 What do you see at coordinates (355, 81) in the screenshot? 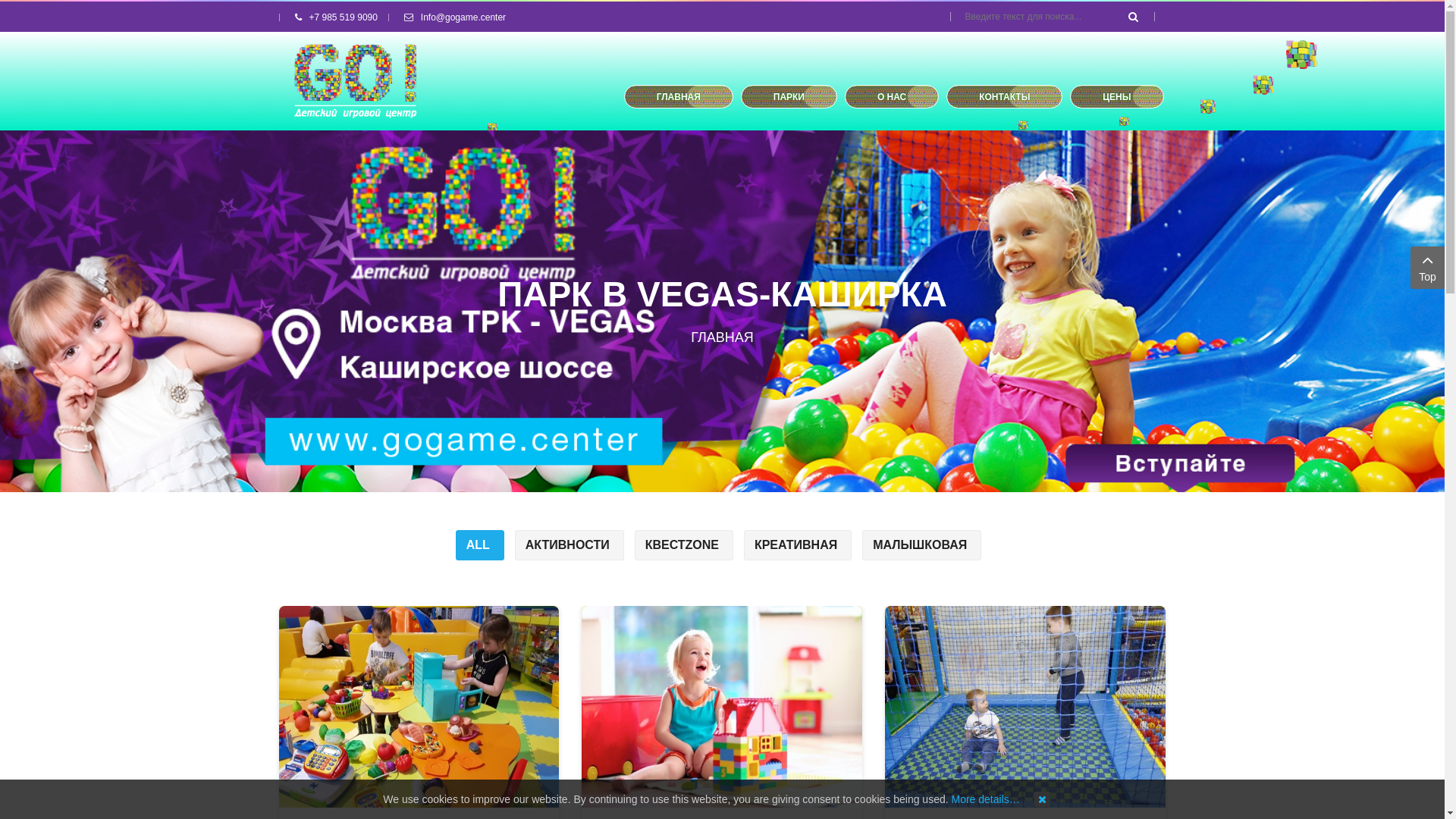
I see `'GOgame'` at bounding box center [355, 81].